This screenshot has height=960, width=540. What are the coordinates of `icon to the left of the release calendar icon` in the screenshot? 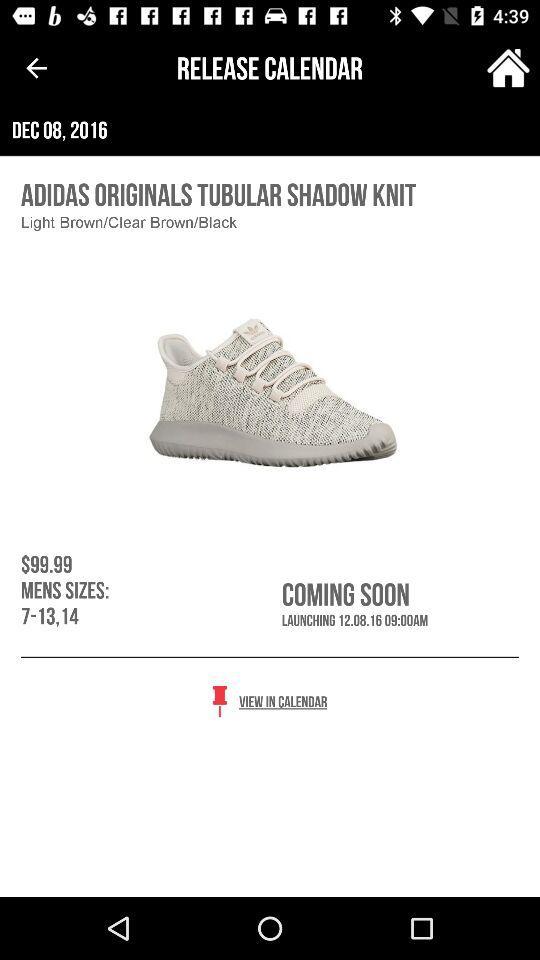 It's located at (36, 68).